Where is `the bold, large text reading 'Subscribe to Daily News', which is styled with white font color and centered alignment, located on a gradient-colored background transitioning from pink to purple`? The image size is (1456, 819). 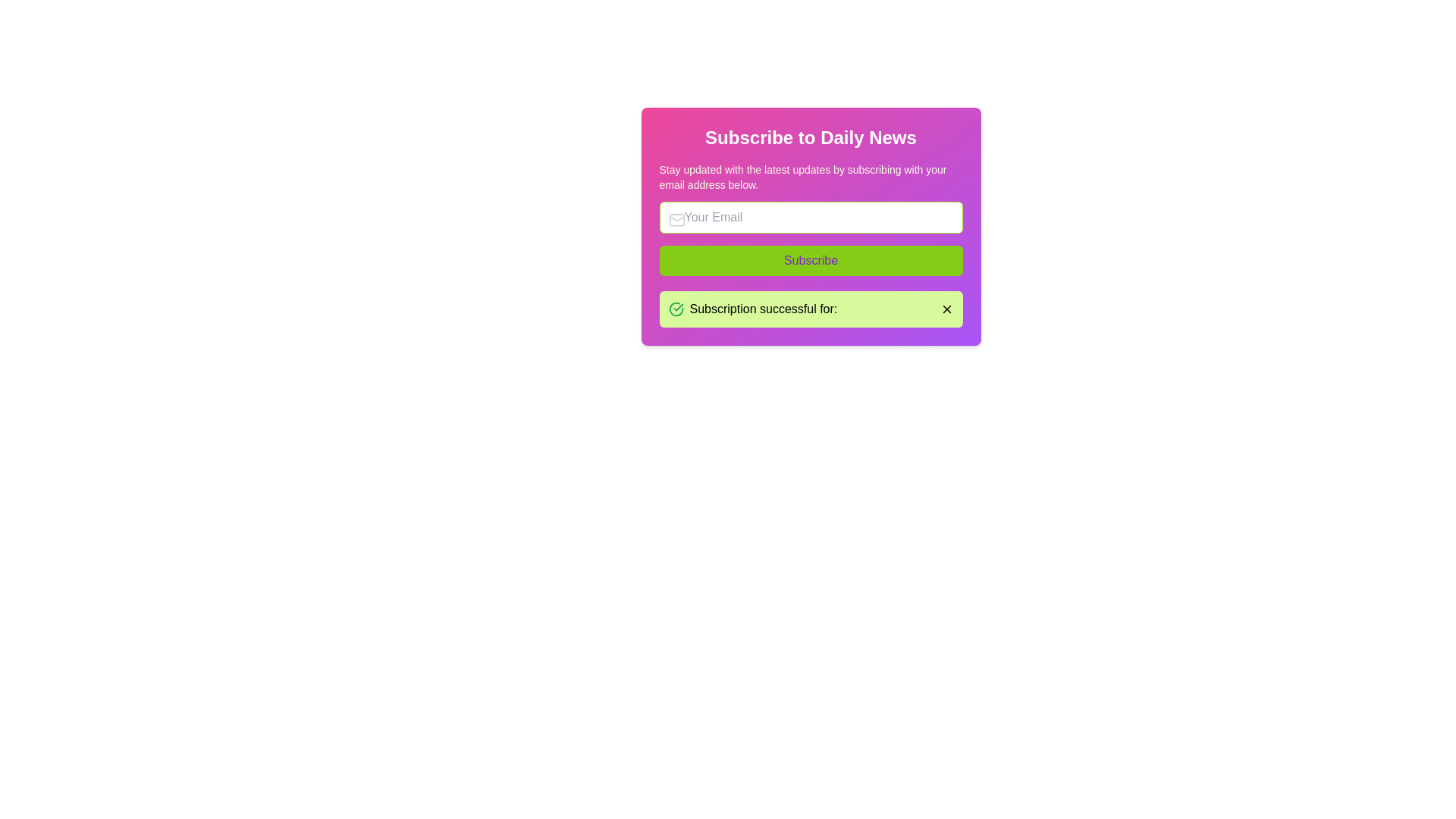 the bold, large text reading 'Subscribe to Daily News', which is styled with white font color and centered alignment, located on a gradient-colored background transitioning from pink to purple is located at coordinates (810, 137).